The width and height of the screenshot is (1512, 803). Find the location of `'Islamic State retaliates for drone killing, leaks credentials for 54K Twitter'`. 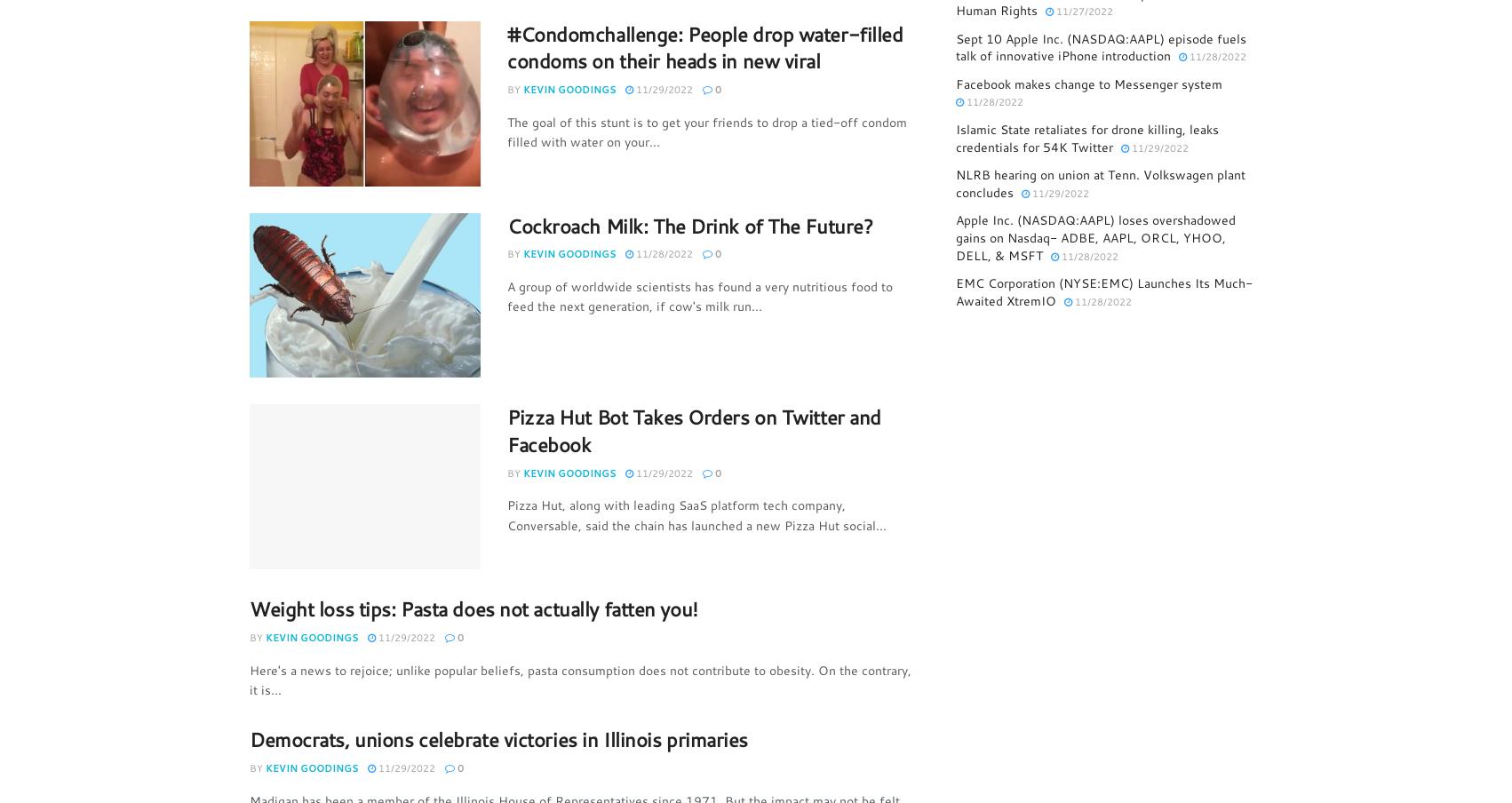

'Islamic State retaliates for drone killing, leaks credentials for 54K Twitter' is located at coordinates (1087, 137).